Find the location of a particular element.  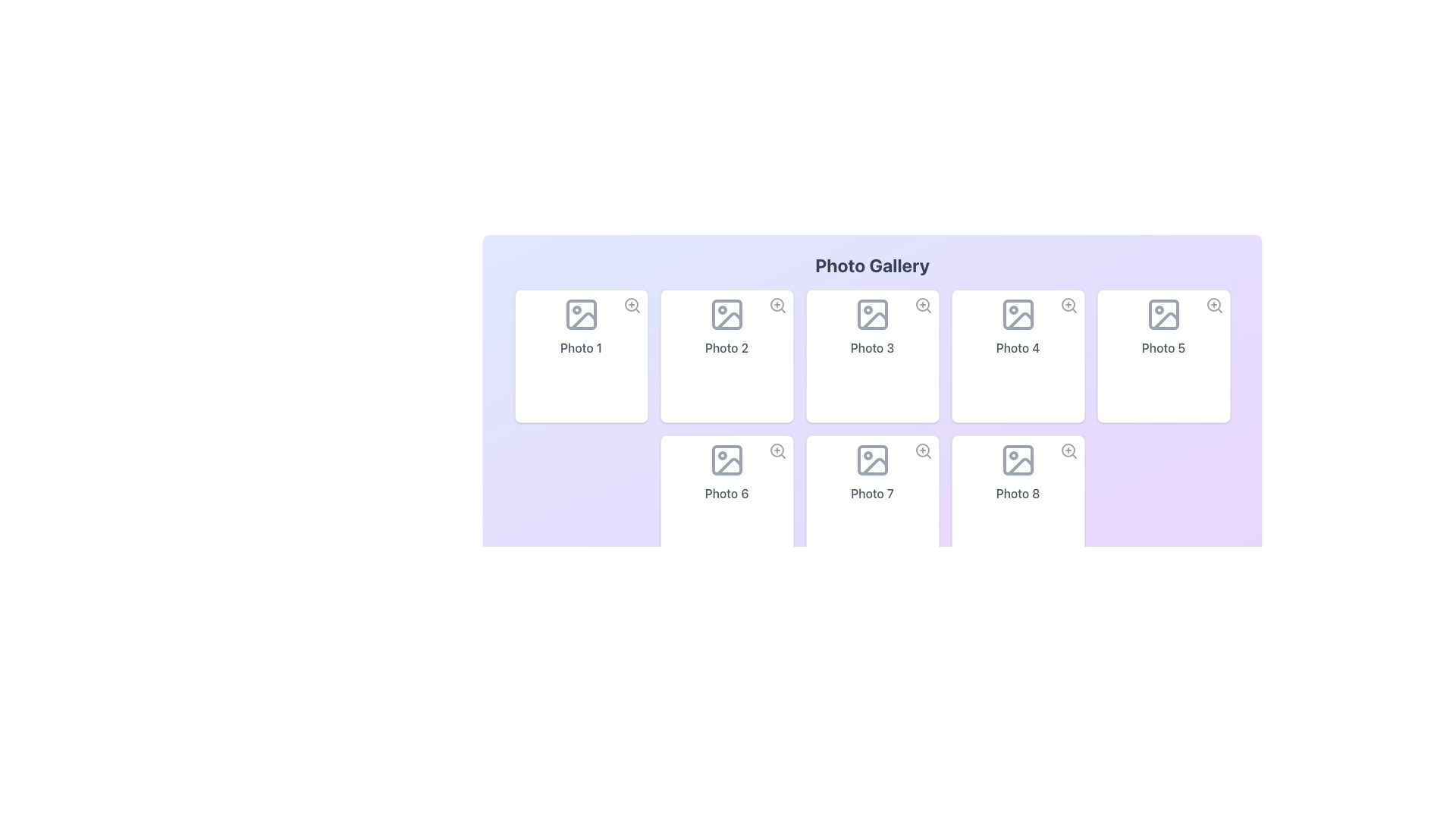

the card element displaying the caption 'Photo 8' with a gray icon of an image, located in the second row and fourth column of the grid layout is located at coordinates (1018, 502).